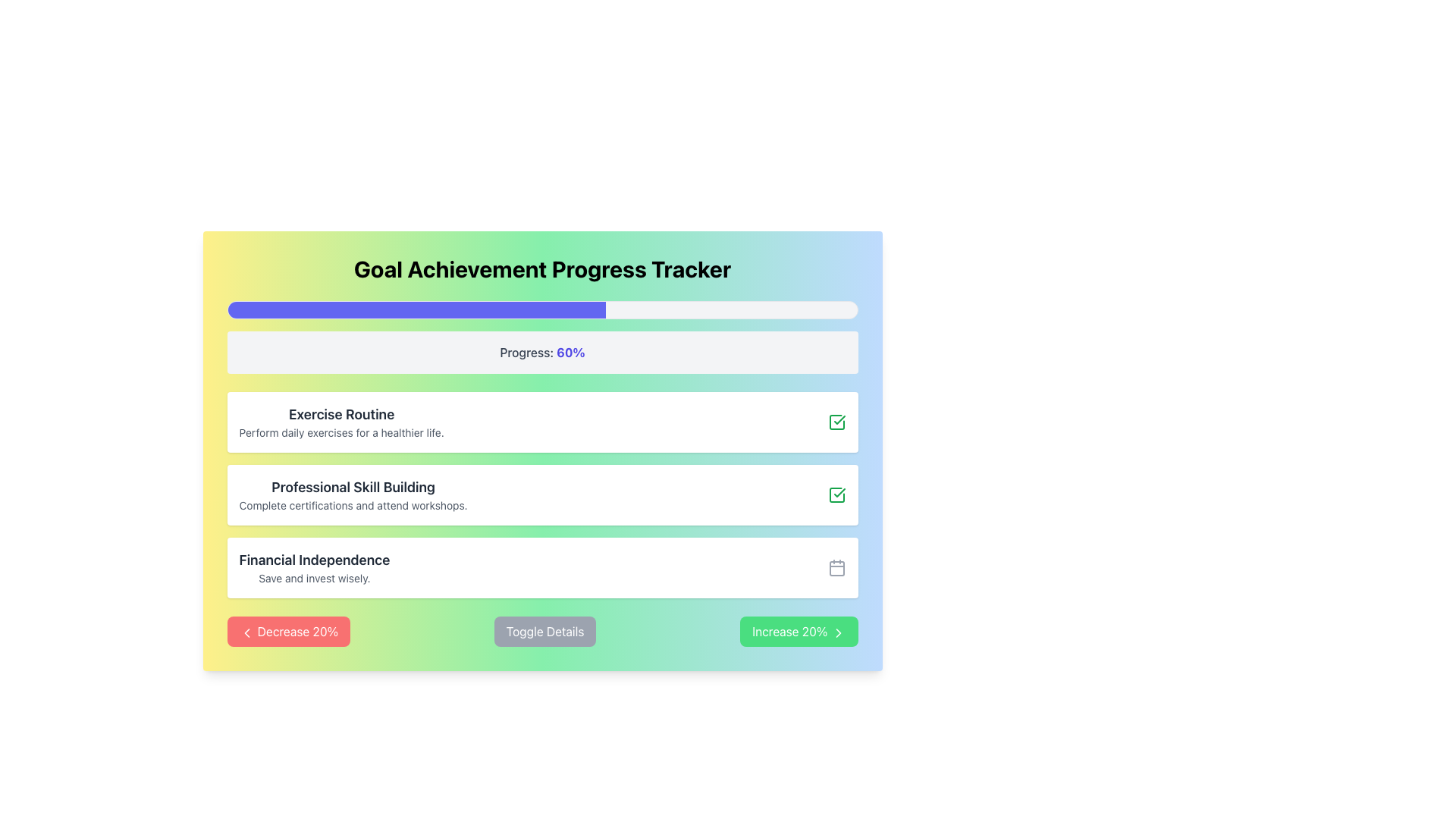 The image size is (1456, 819). I want to click on details of the 'Exercise Routine' text block, which is the first card under the section of listed objectives in the interface, so click(340, 422).